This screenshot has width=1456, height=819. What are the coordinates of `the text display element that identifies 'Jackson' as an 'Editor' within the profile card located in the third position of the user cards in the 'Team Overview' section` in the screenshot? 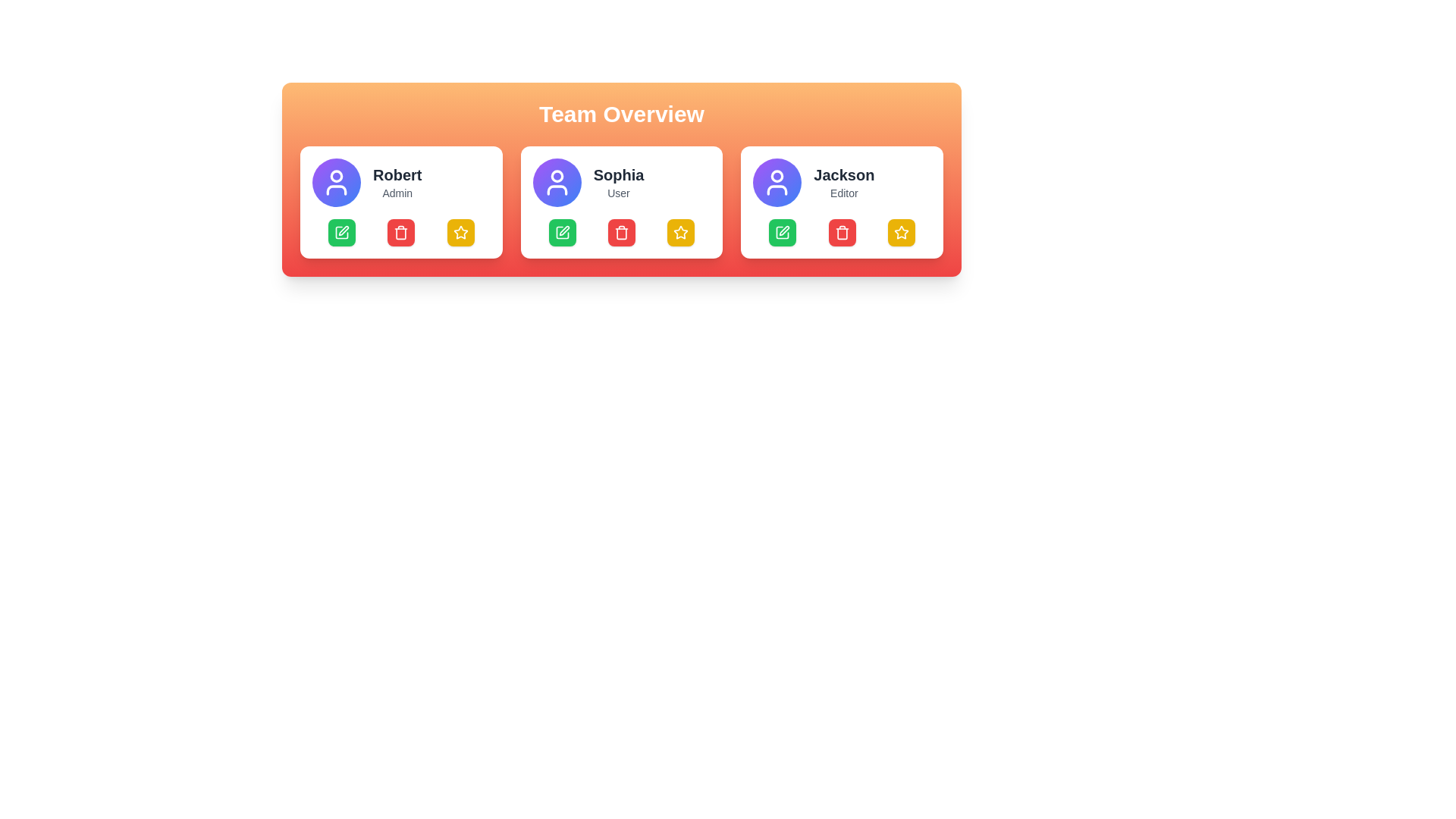 It's located at (843, 181).